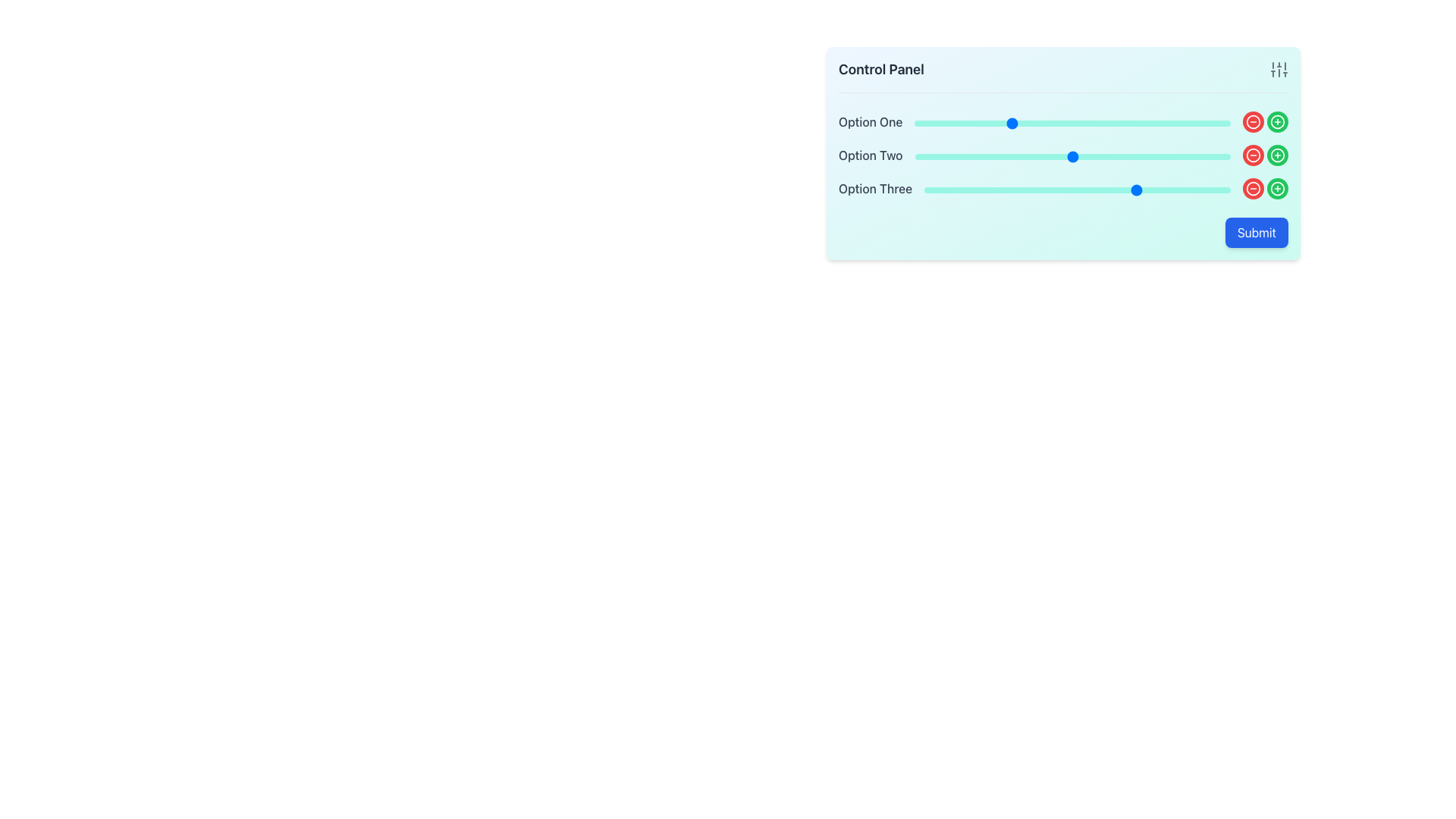  What do you see at coordinates (1253, 188) in the screenshot?
I see `the red circular button with a white minus icon located on the right side of the 'Option Three' slider` at bounding box center [1253, 188].